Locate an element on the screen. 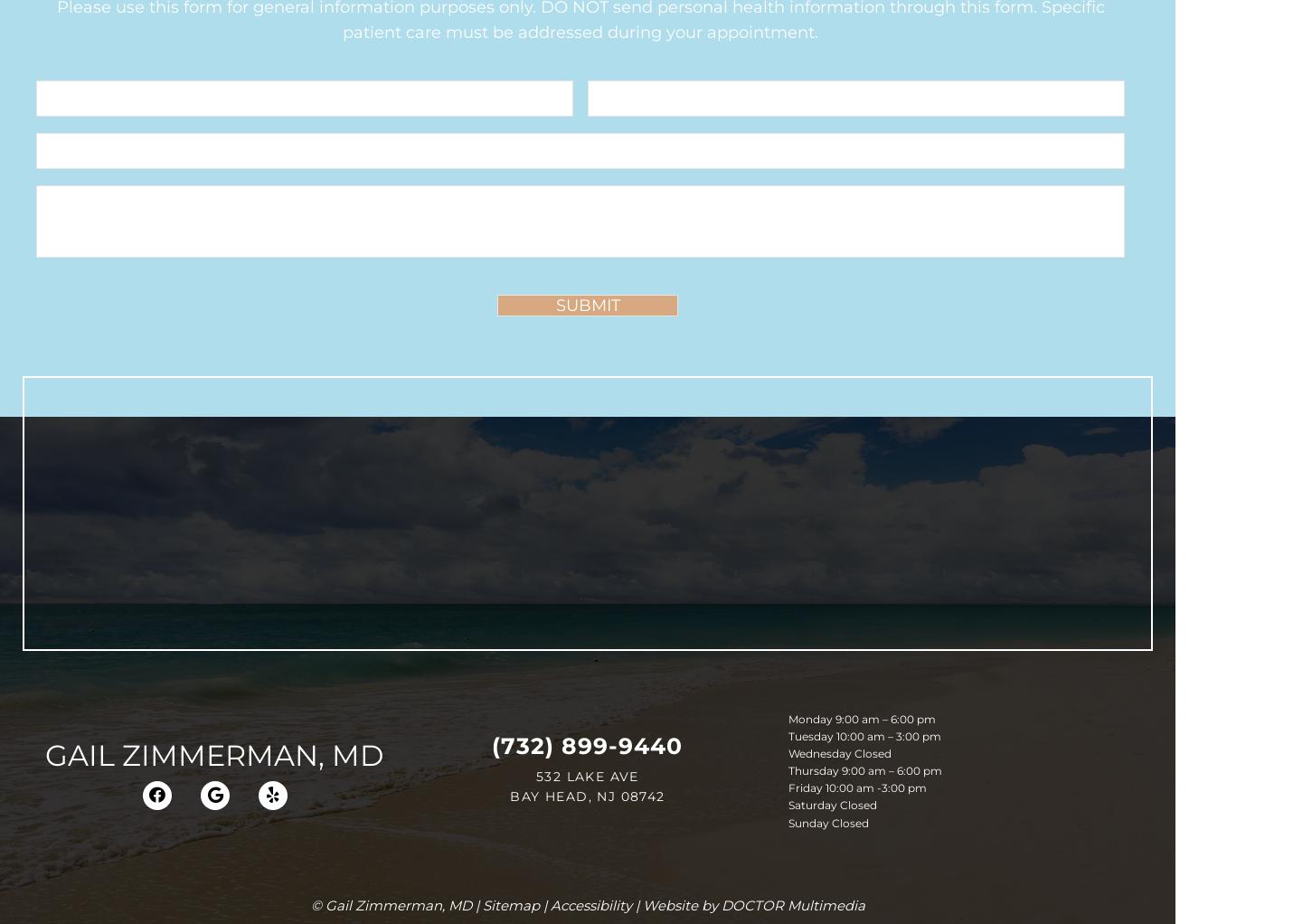  'Sunday Closed' is located at coordinates (826, 821).